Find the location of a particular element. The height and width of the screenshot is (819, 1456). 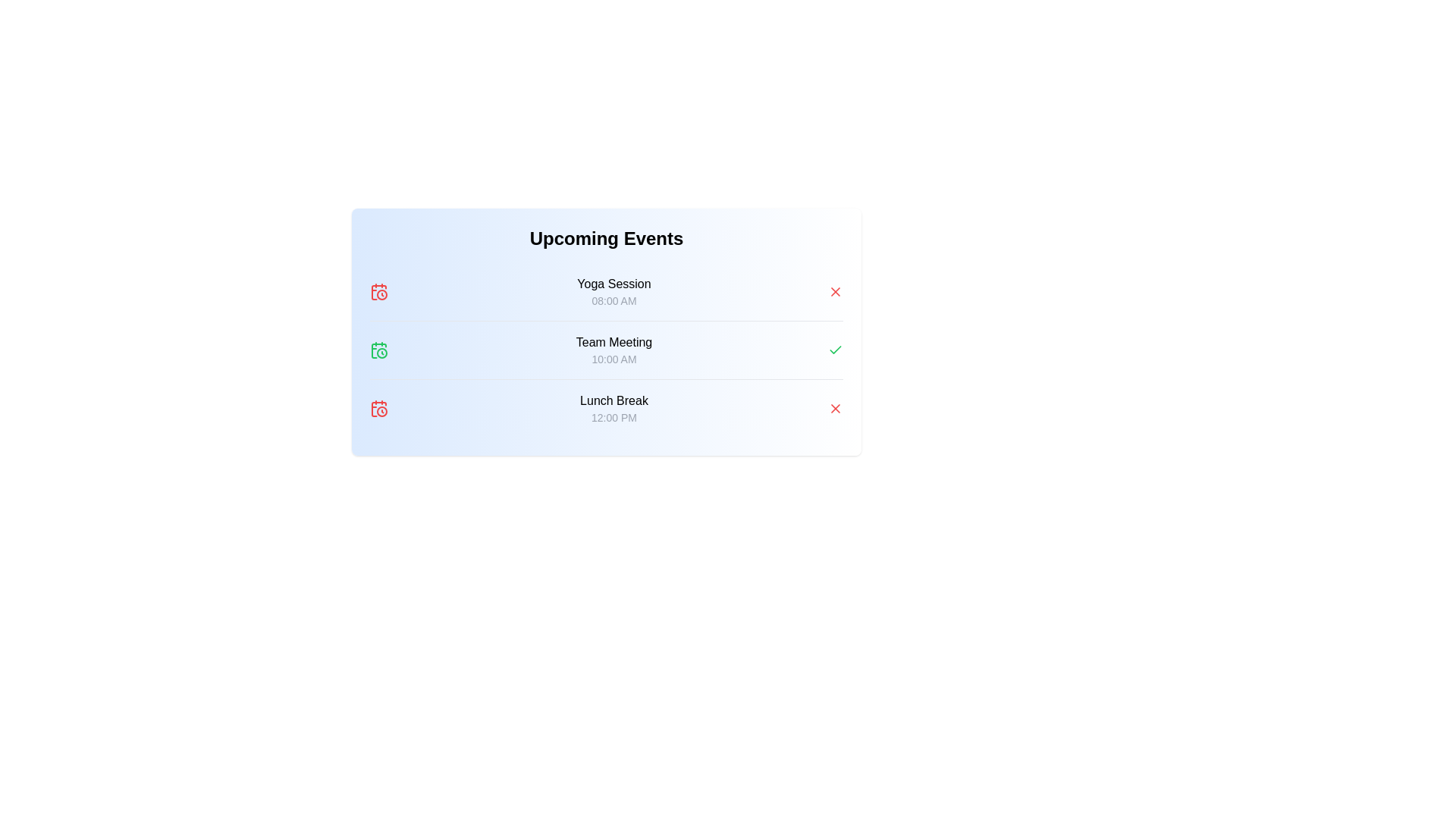

the text label that serves as the title for the event scheduled at '12:00 PM' in the third row of the 'Upcoming Events' list is located at coordinates (614, 400).